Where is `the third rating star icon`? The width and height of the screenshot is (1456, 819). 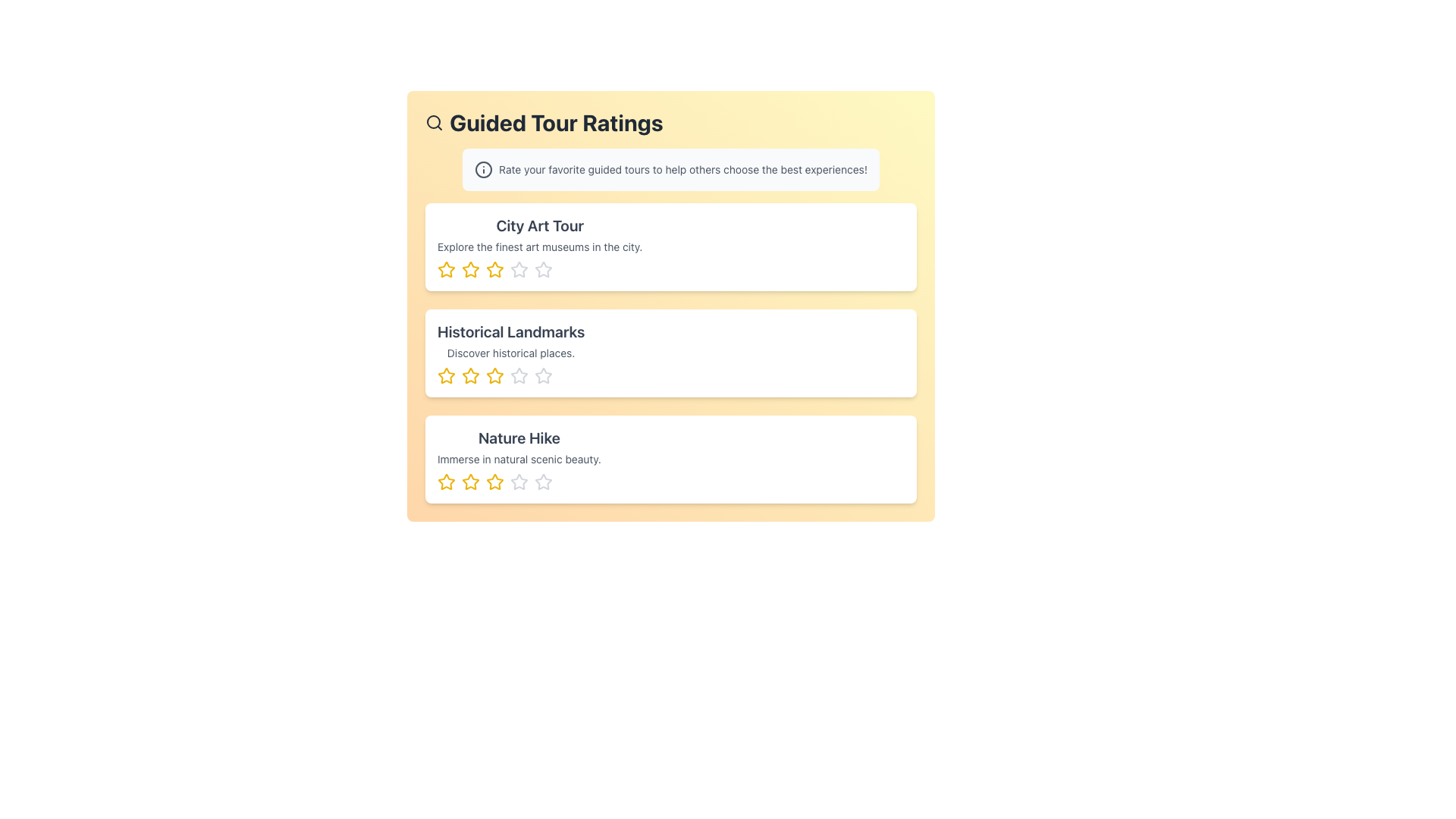
the third rating star icon is located at coordinates (519, 375).